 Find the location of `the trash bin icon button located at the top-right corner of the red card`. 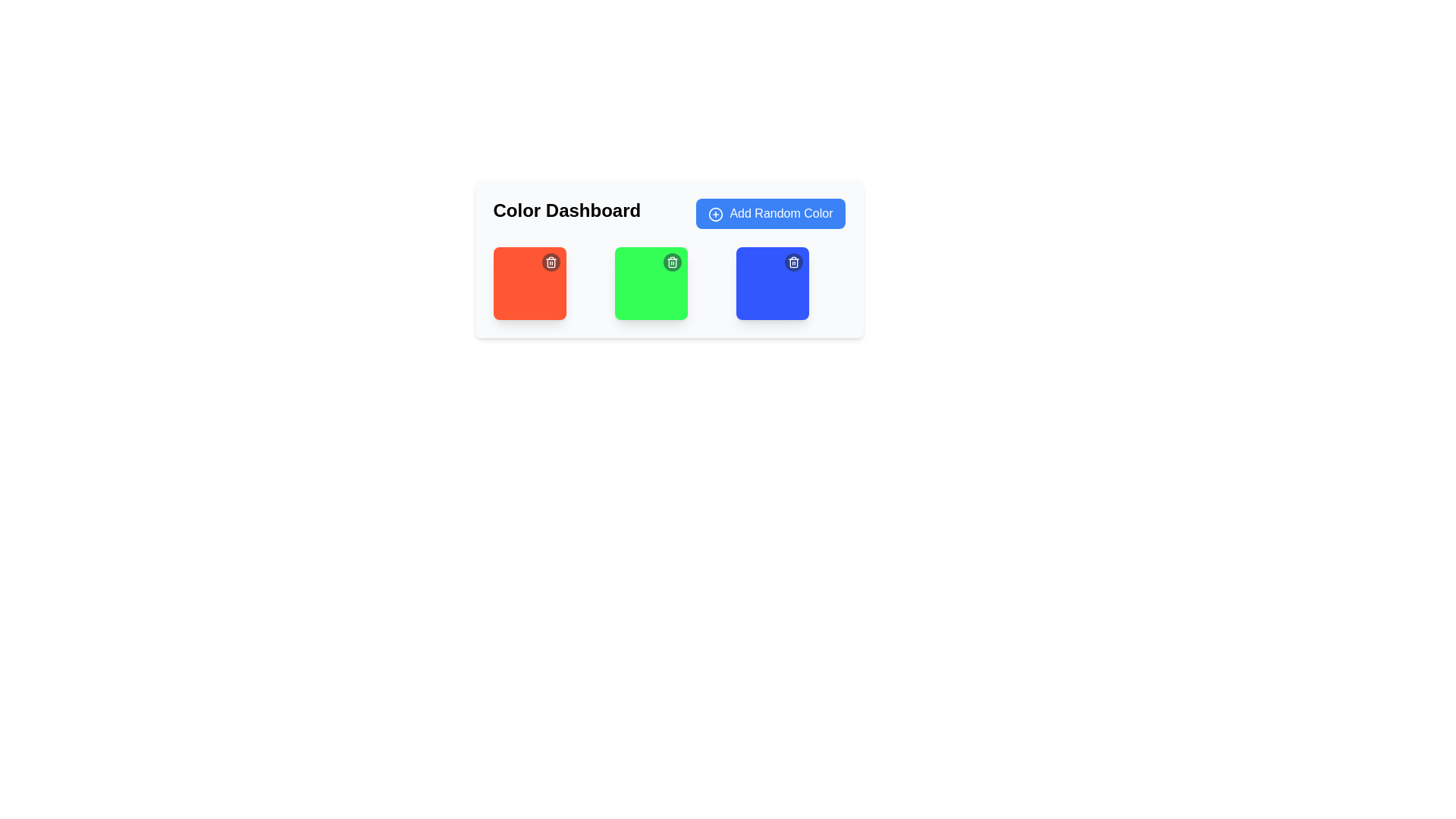

the trash bin icon button located at the top-right corner of the red card is located at coordinates (550, 262).